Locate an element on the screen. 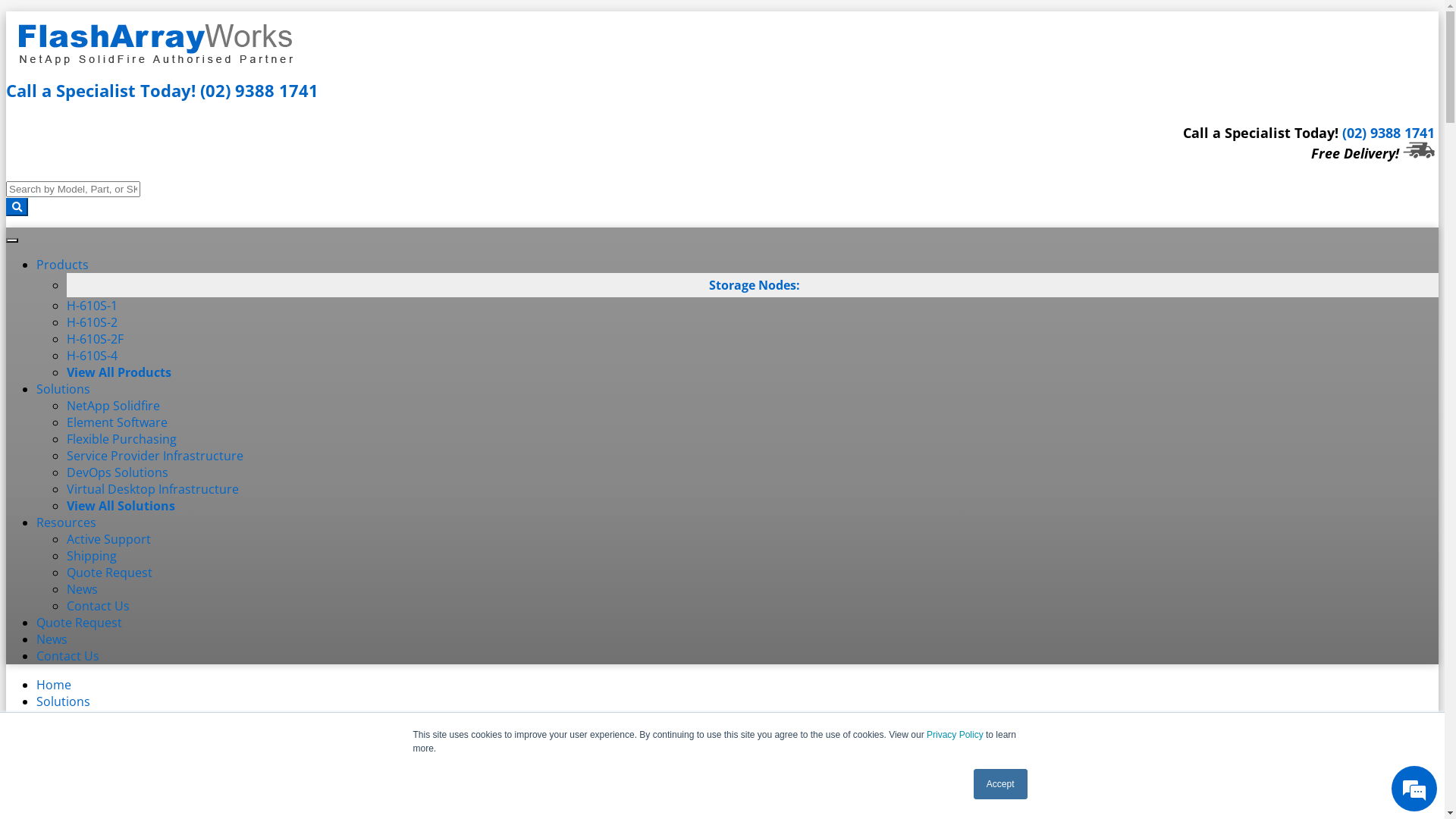 This screenshot has width=1456, height=819. 'Flexible Purchasing' is located at coordinates (121, 438).